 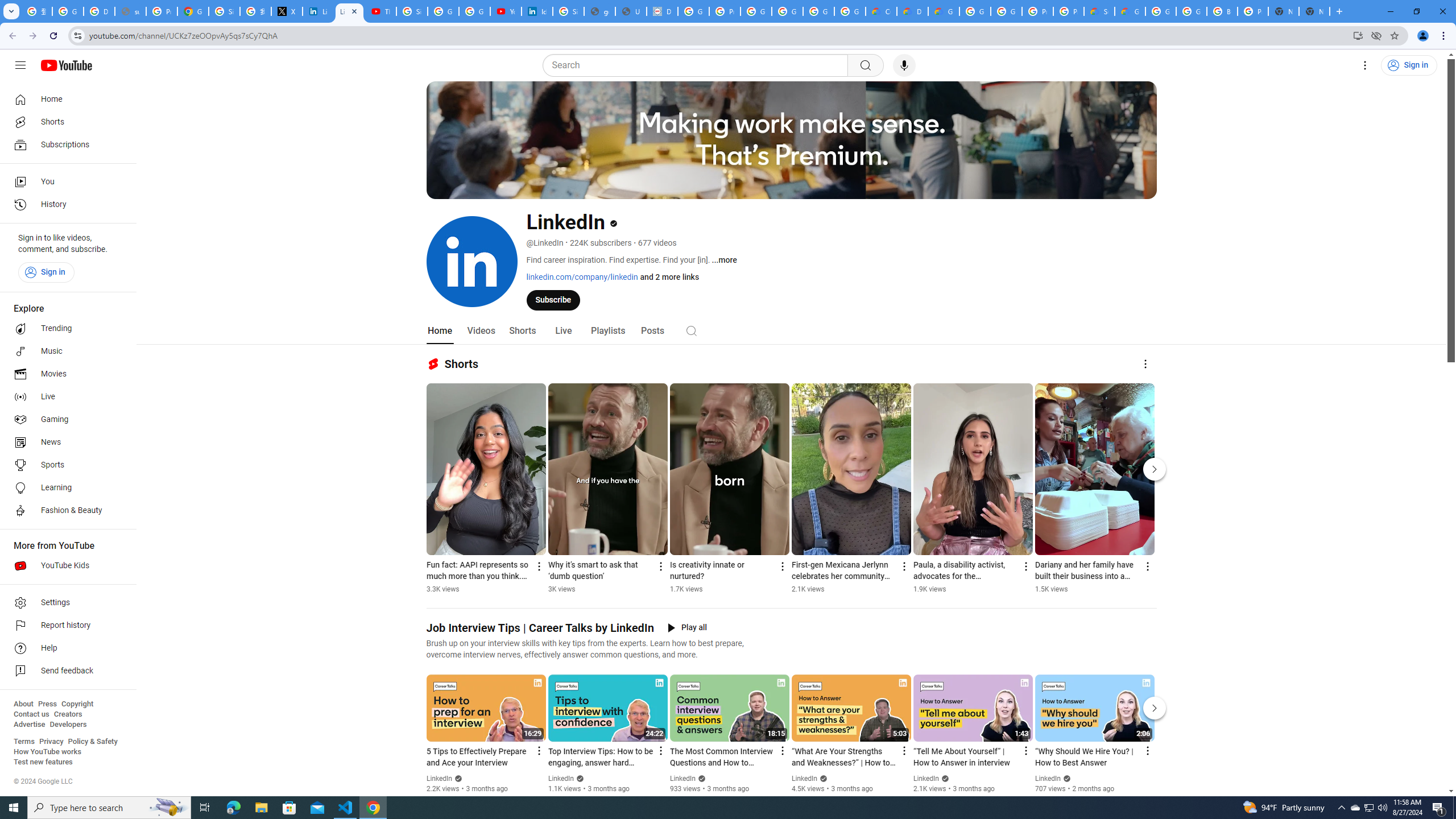 What do you see at coordinates (92, 741) in the screenshot?
I see `'Policy & Safety'` at bounding box center [92, 741].